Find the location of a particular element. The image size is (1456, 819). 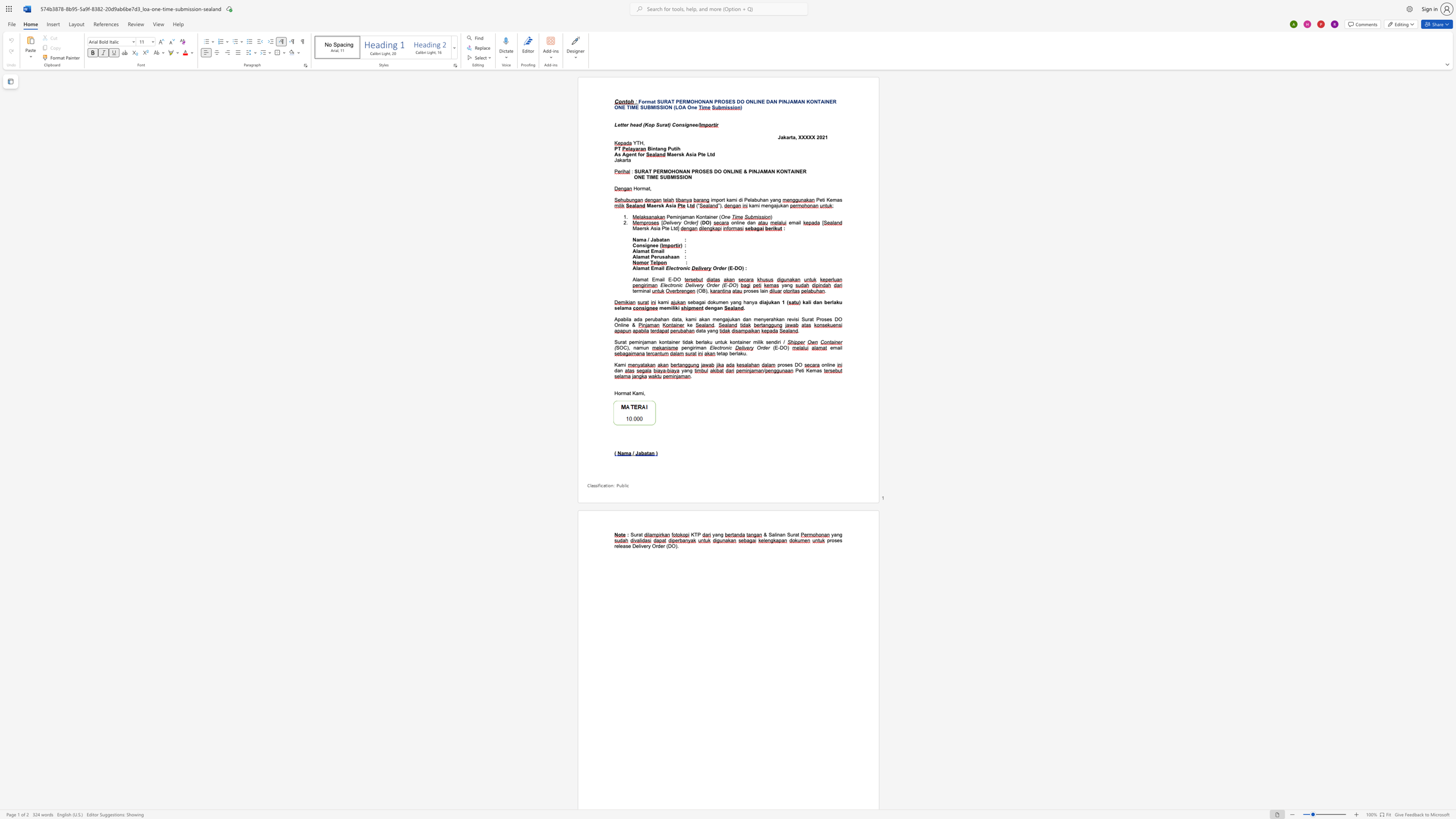

the subset text "t Emai" within the text "Alamat Email E-DO" is located at coordinates (647, 279).